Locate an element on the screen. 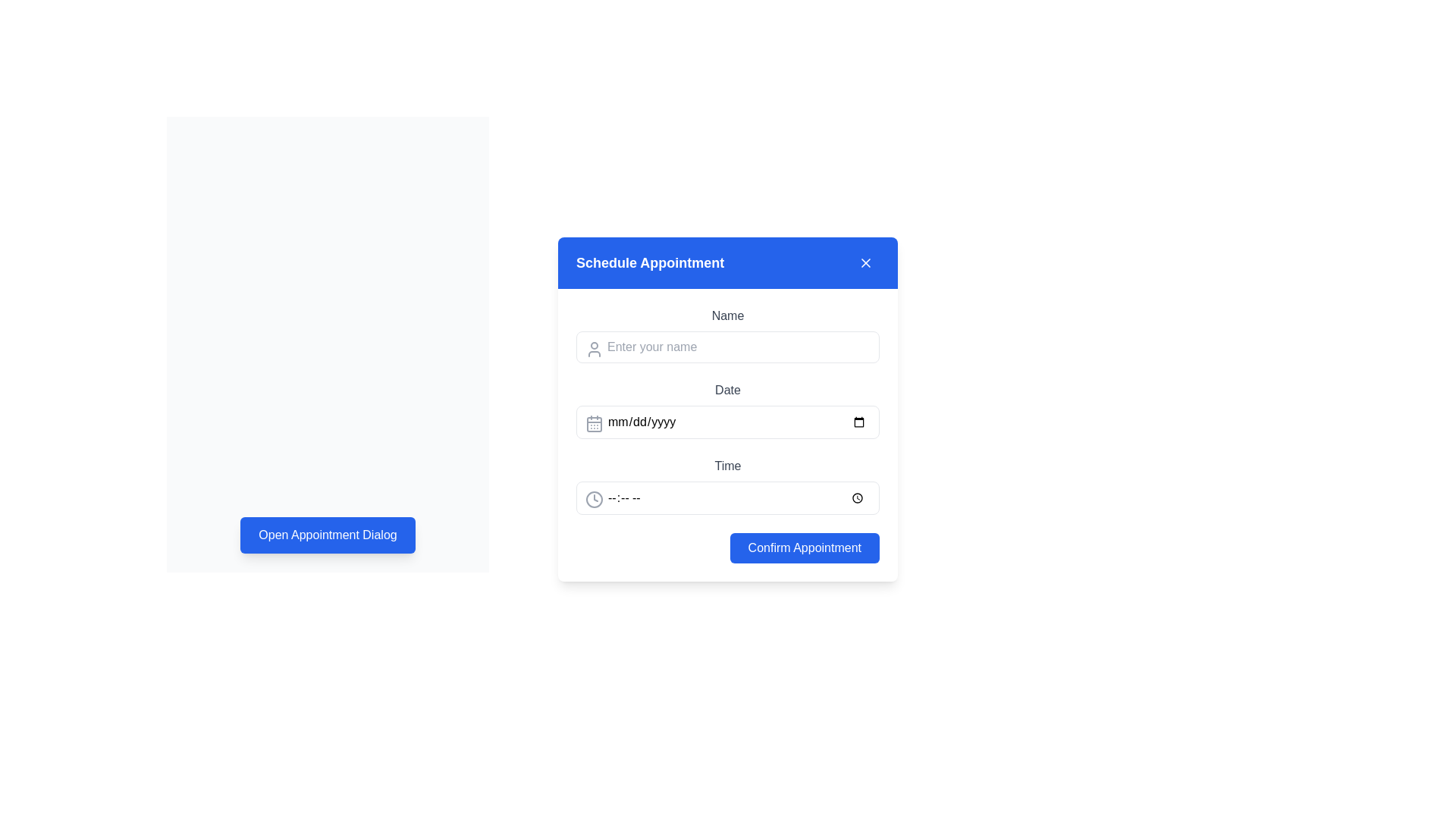 The width and height of the screenshot is (1456, 819). the circular clock icon component located to the left of the time input field in the 'Time' row of the scheduling form is located at coordinates (593, 500).